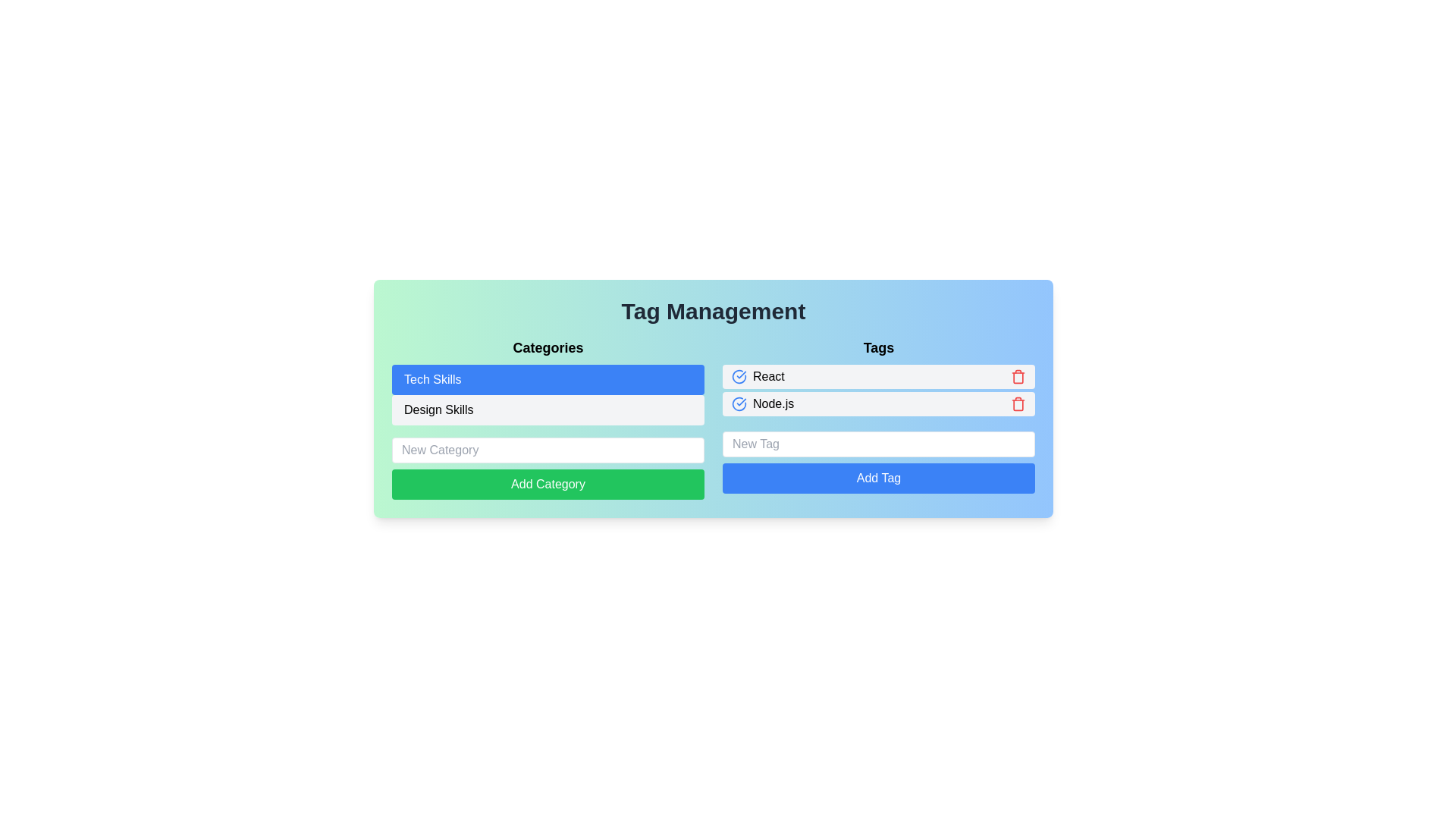 This screenshot has height=819, width=1456. Describe the element at coordinates (1018, 376) in the screenshot. I see `the trash bin icon located next to the 'React' tag in the right-hand section titled 'Tags'` at that location.